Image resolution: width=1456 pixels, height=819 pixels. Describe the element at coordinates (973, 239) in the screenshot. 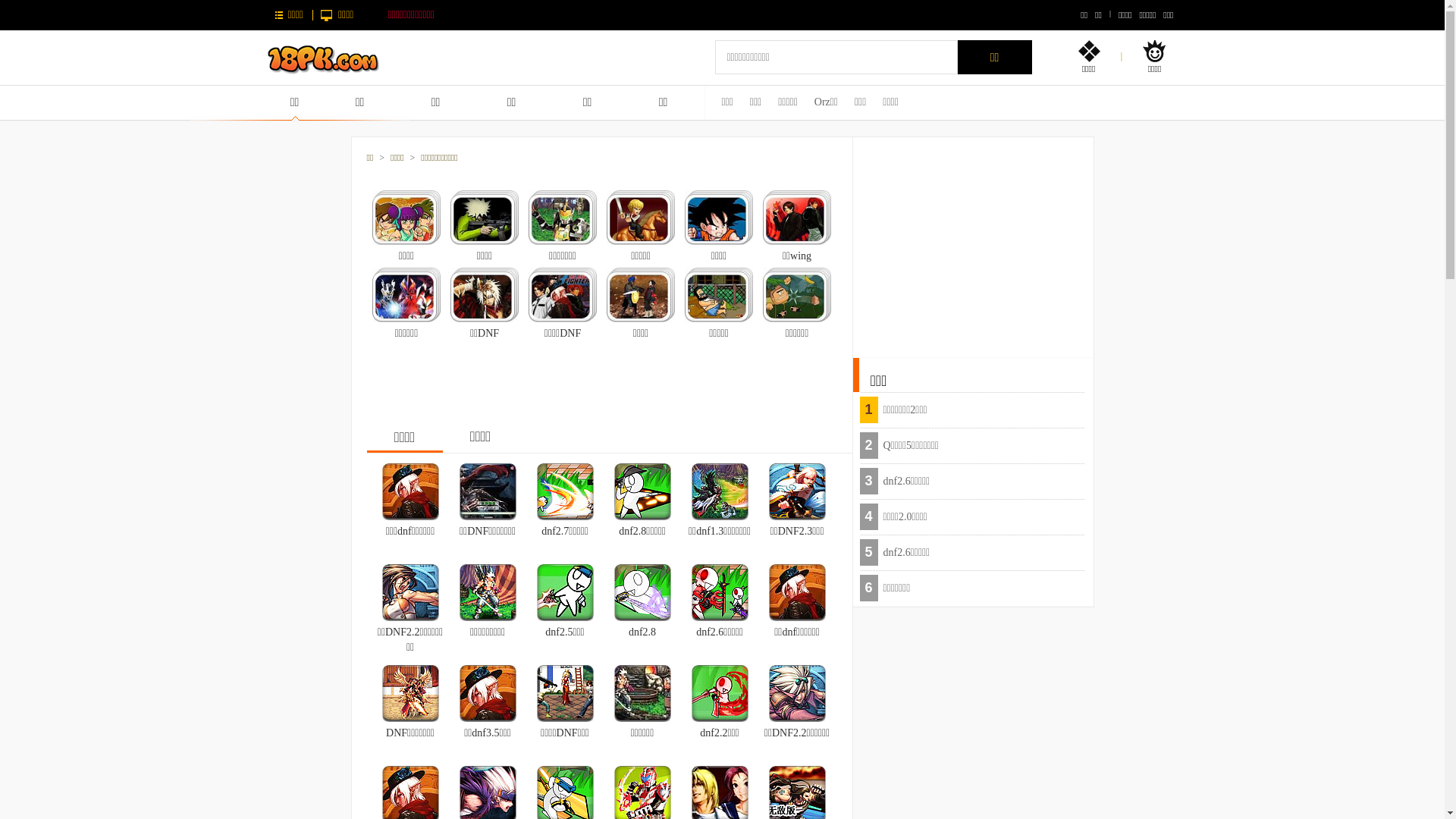

I see `'Advertisement'` at that location.